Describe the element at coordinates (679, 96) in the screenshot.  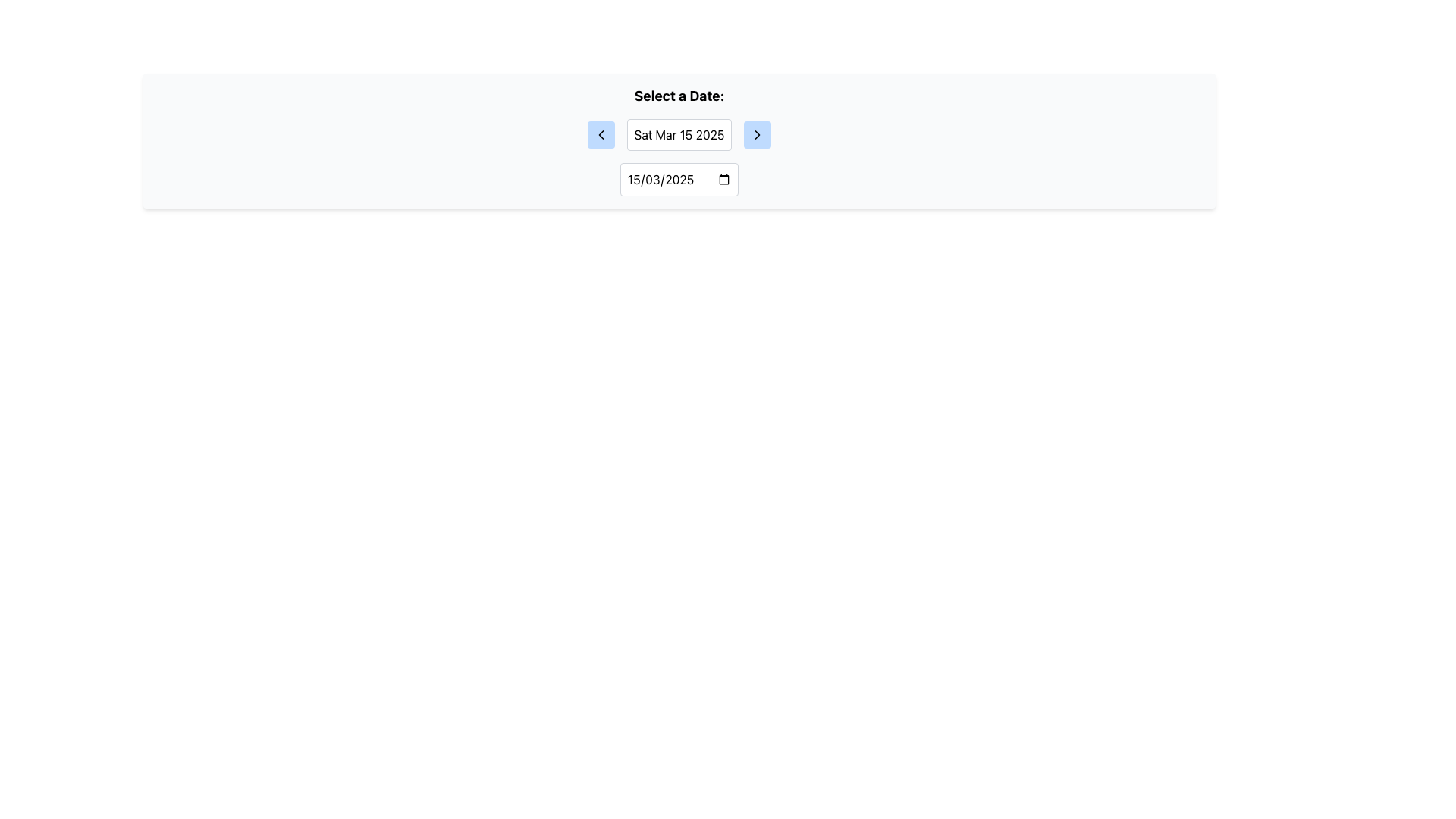
I see `the text label displaying 'Select a Date:' which is centrally positioned at the top of the date selection interface` at that location.